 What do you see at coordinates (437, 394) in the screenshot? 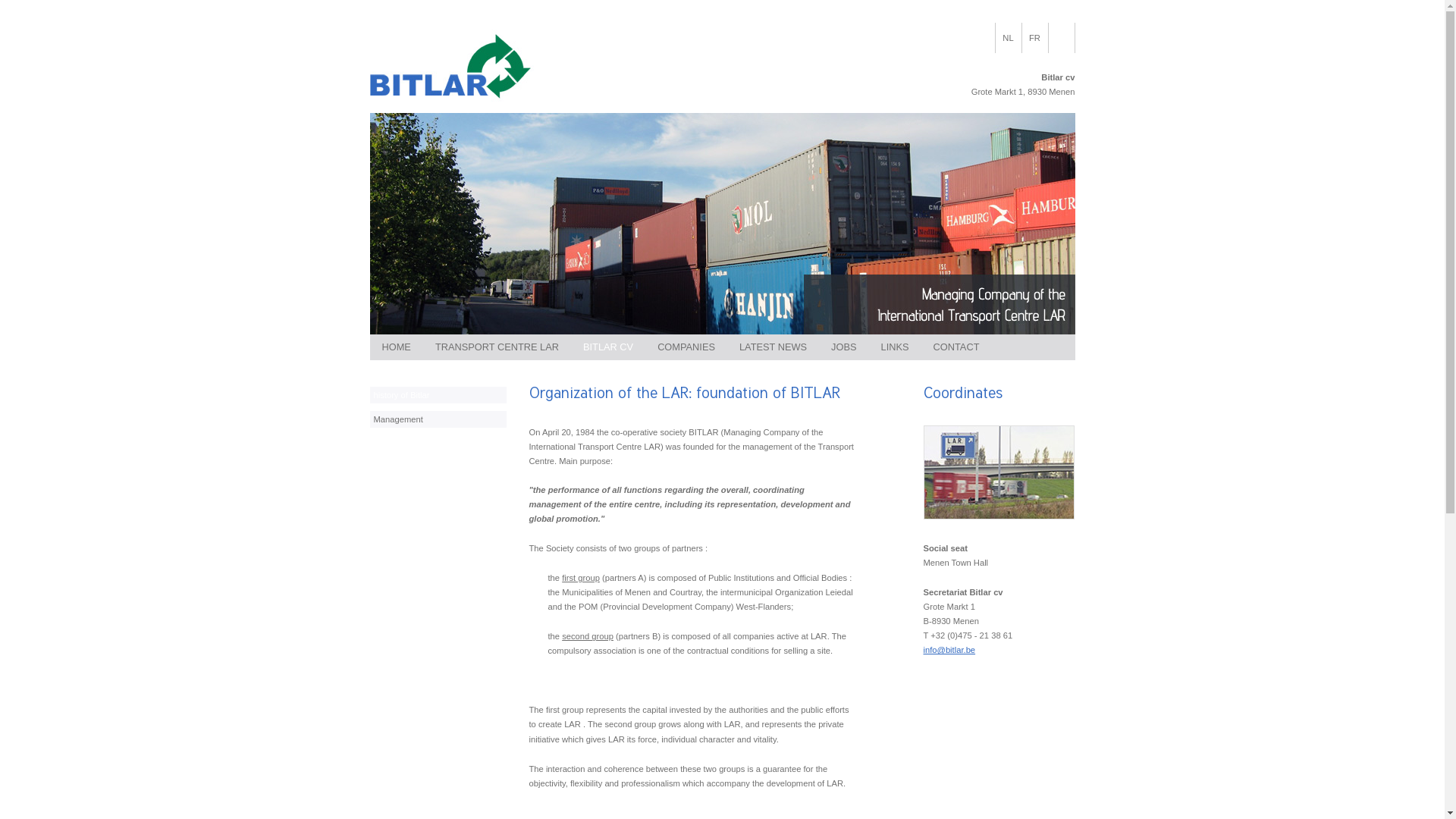
I see `'history of Bitlar'` at bounding box center [437, 394].